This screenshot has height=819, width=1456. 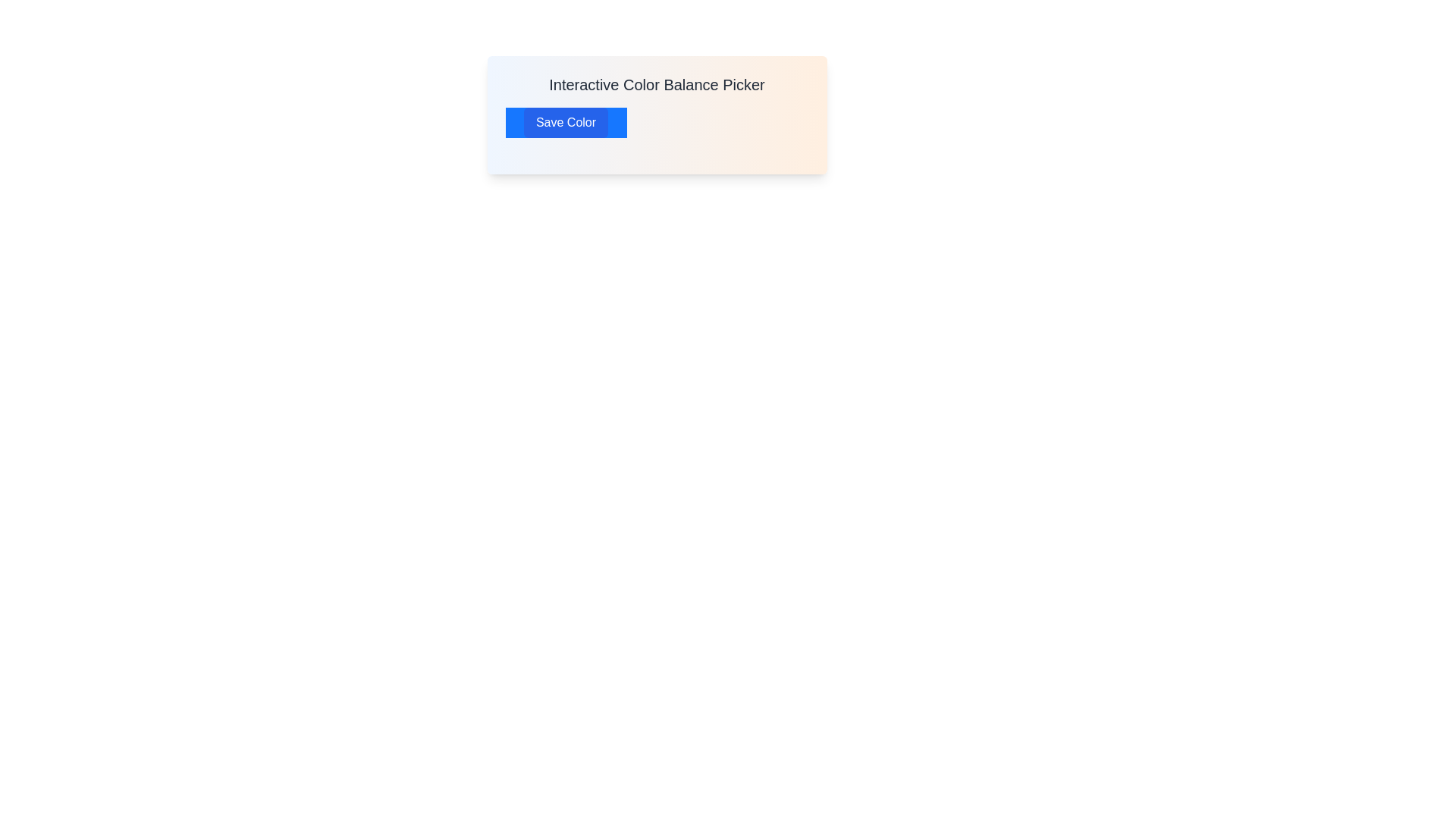 What do you see at coordinates (565, 122) in the screenshot?
I see `the 'Save Color' button with a vibrant blue background and white text` at bounding box center [565, 122].